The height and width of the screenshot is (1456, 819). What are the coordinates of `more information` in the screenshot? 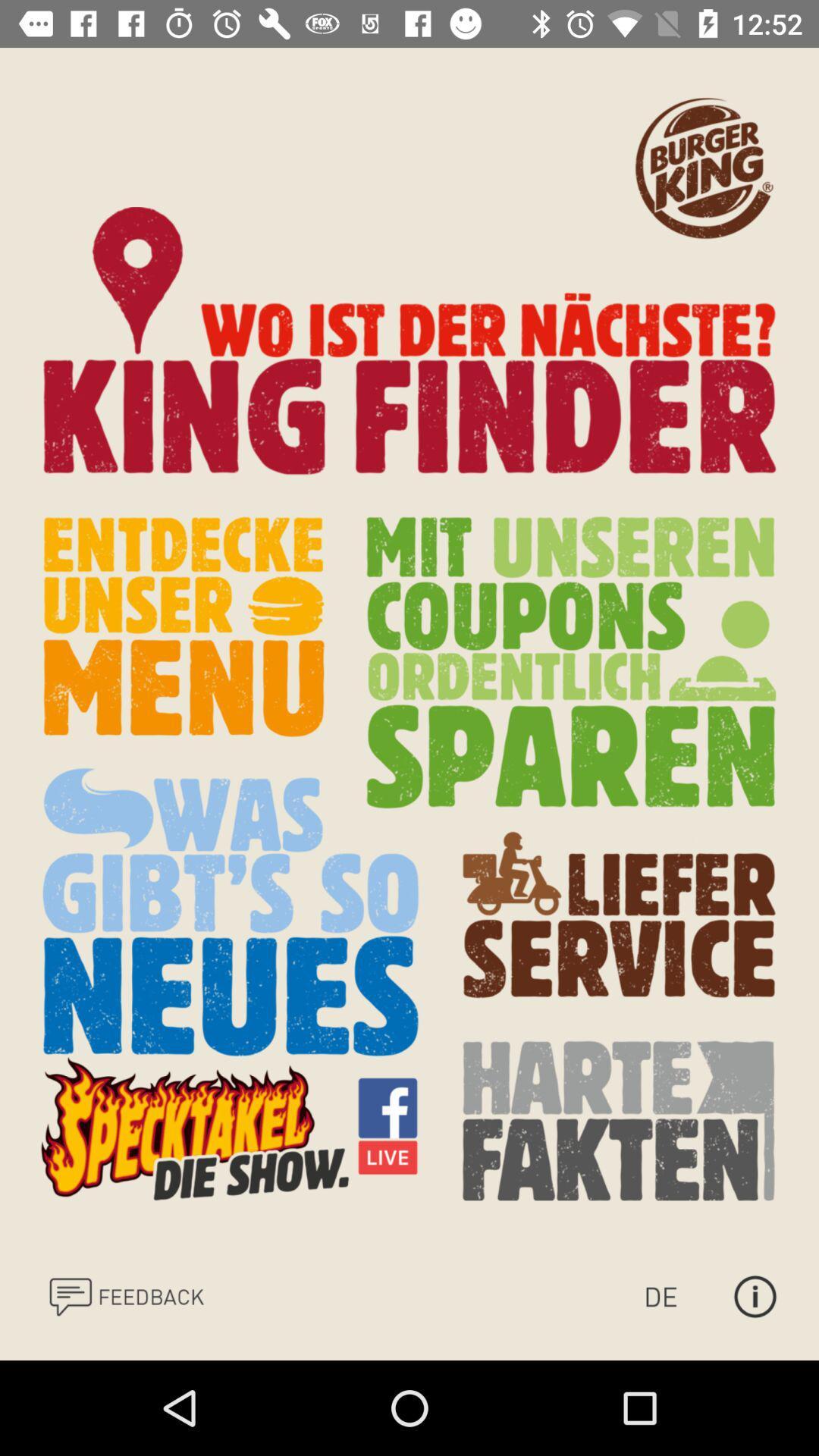 It's located at (755, 1295).